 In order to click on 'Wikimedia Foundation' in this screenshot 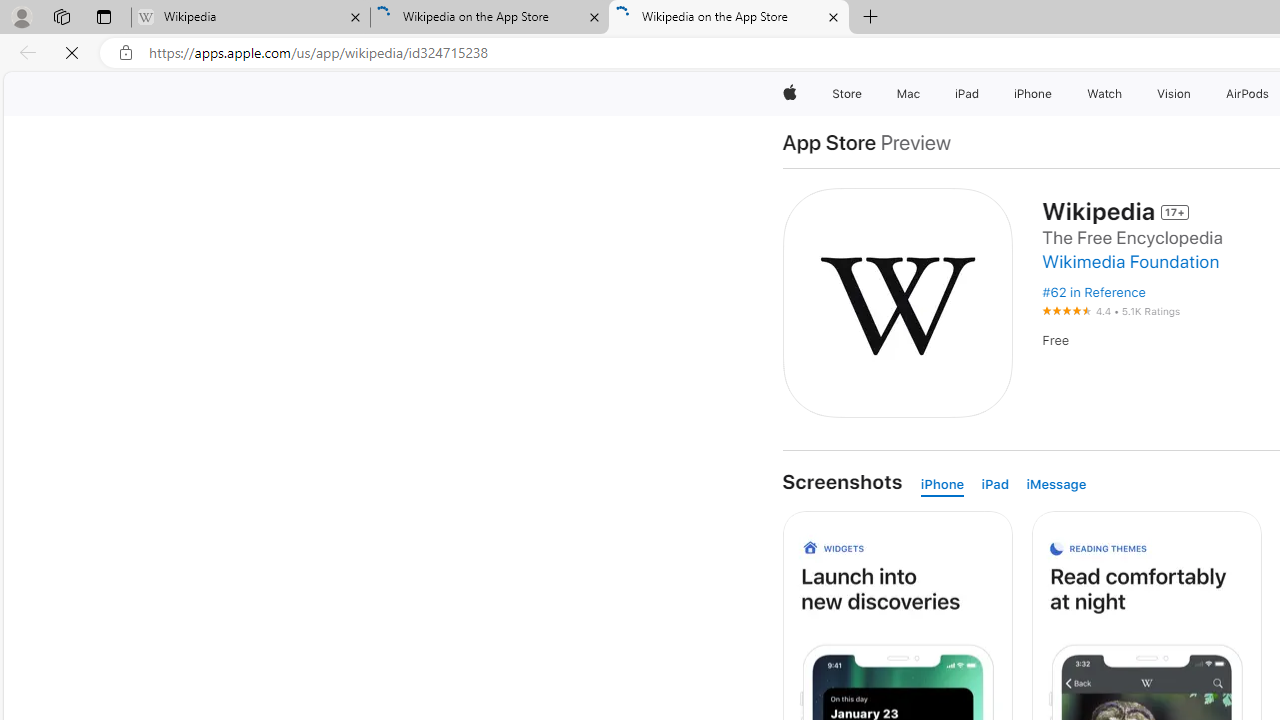, I will do `click(1136, 261)`.